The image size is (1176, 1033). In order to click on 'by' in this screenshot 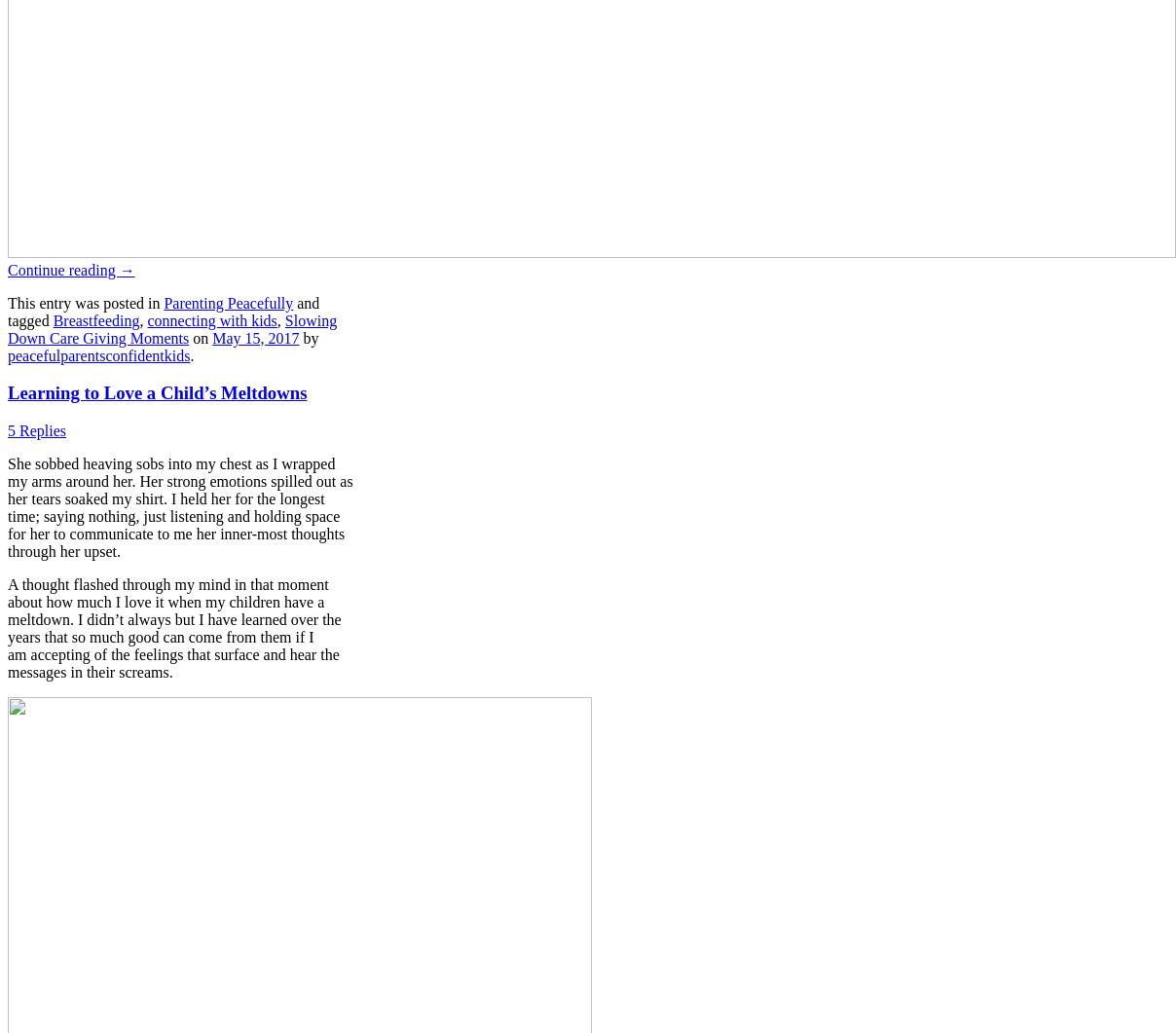, I will do `click(307, 336)`.